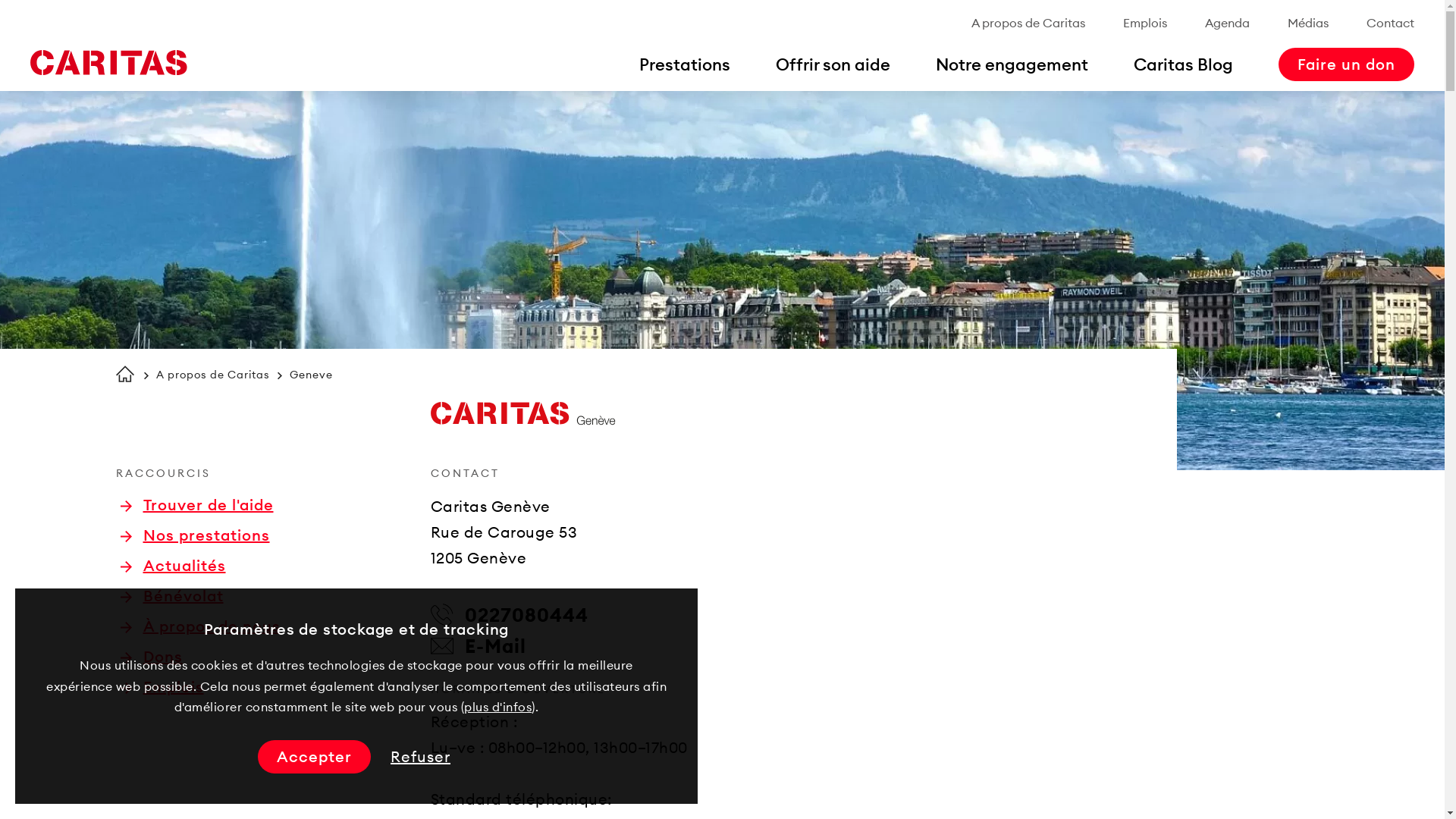  I want to click on '0227080444, so click(510, 614).